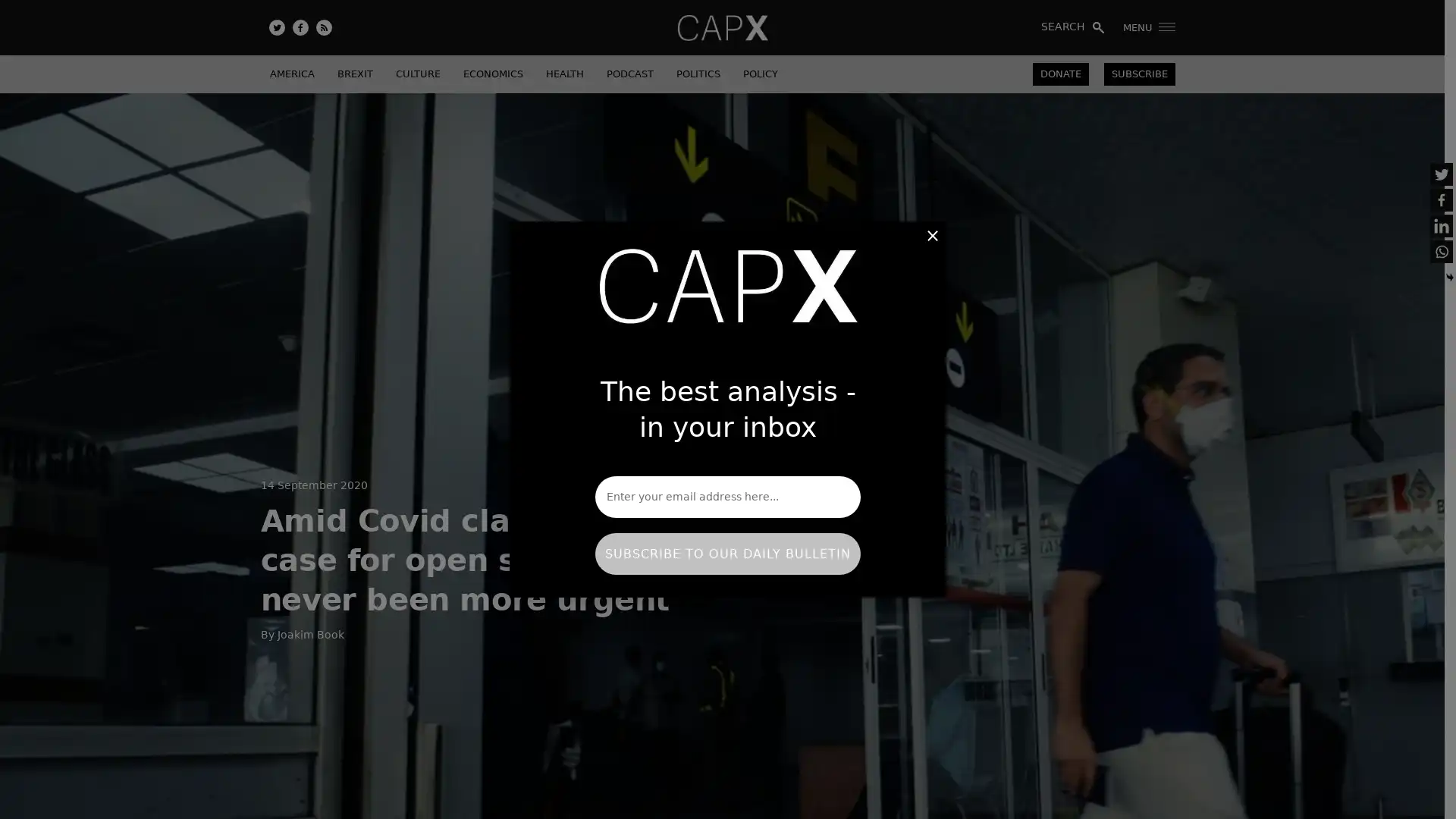 This screenshot has width=1456, height=819. I want to click on SUBSCRIBE TO OUR DAILY BULLETIN, so click(728, 553).